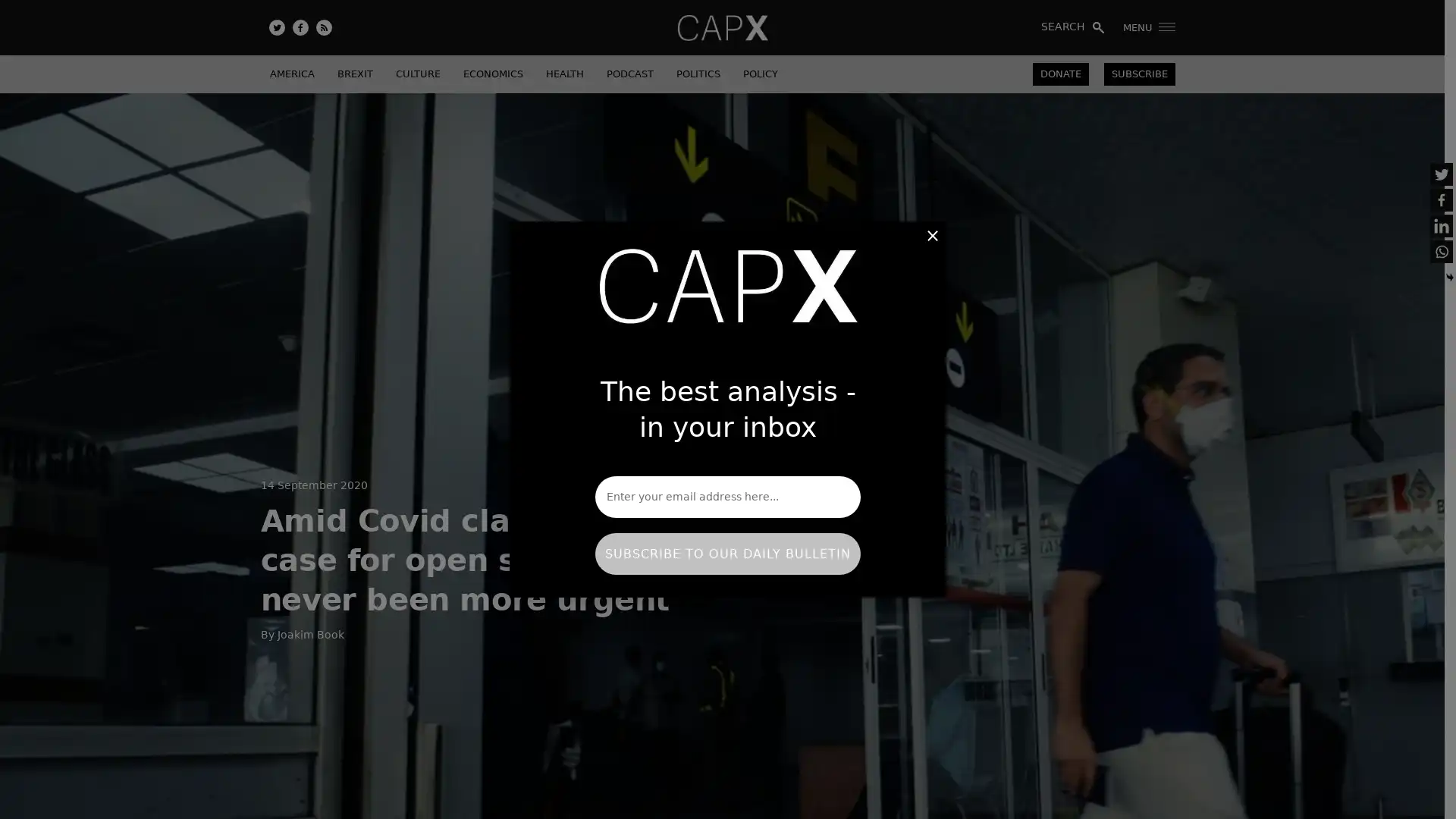 This screenshot has width=1456, height=819. I want to click on SUBSCRIBE TO OUR DAILY BULLETIN, so click(728, 553).